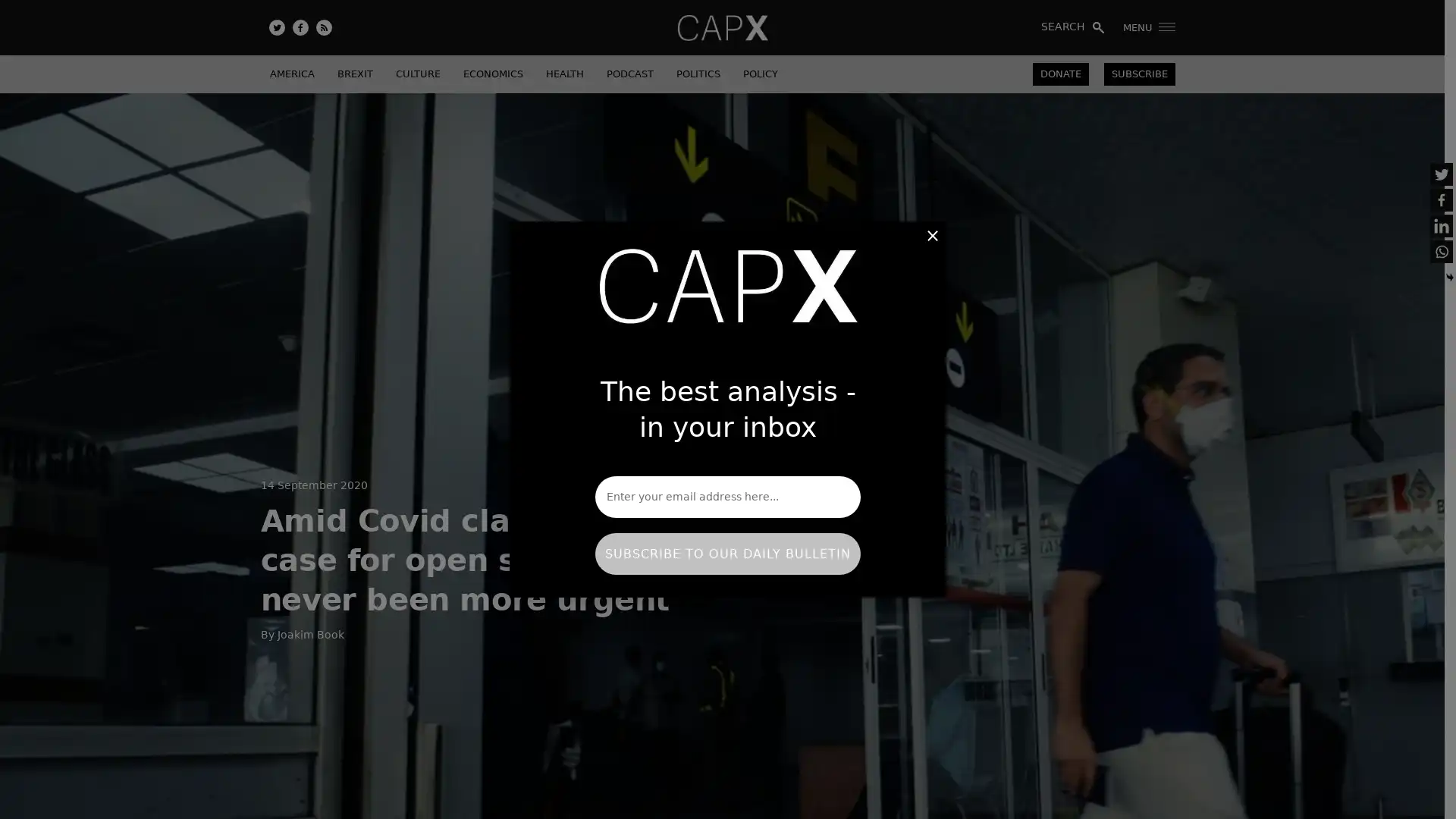 This screenshot has width=1456, height=819. I want to click on SUBSCRIBE TO OUR DAILY BULLETIN, so click(728, 553).